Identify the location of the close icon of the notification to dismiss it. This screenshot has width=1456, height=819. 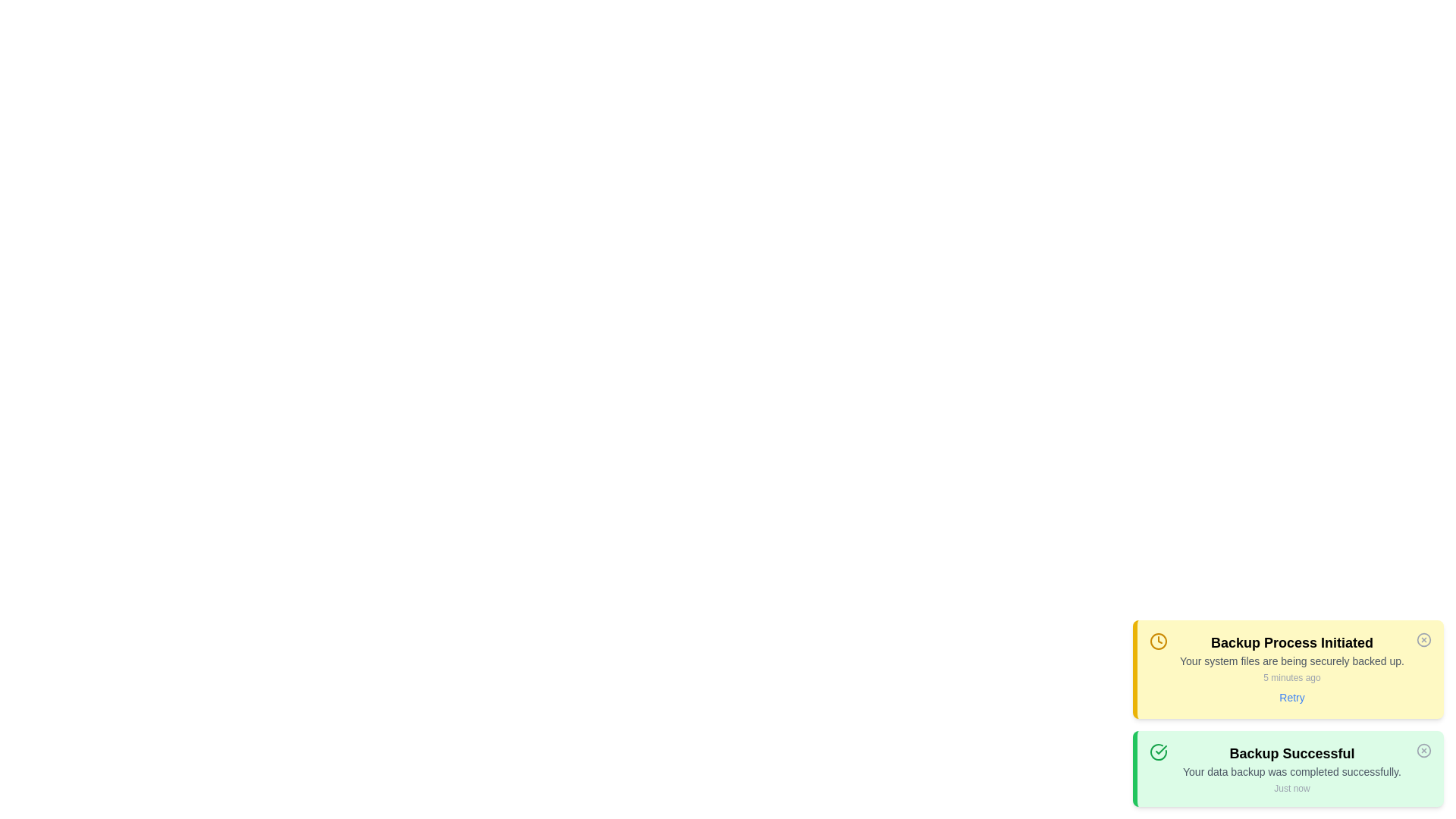
(1423, 640).